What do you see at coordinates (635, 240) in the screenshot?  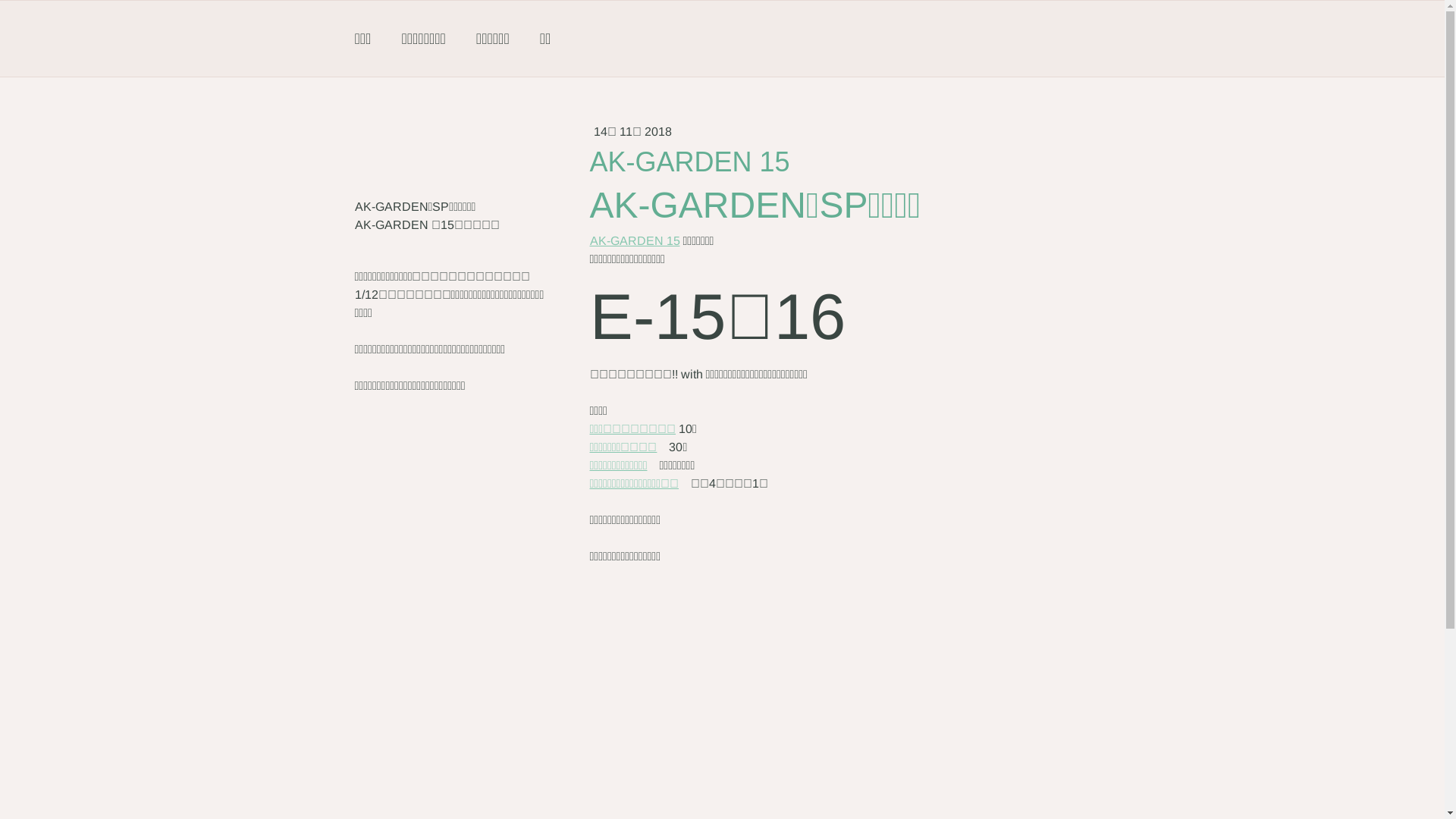 I see `'AK-GARDEN 15'` at bounding box center [635, 240].